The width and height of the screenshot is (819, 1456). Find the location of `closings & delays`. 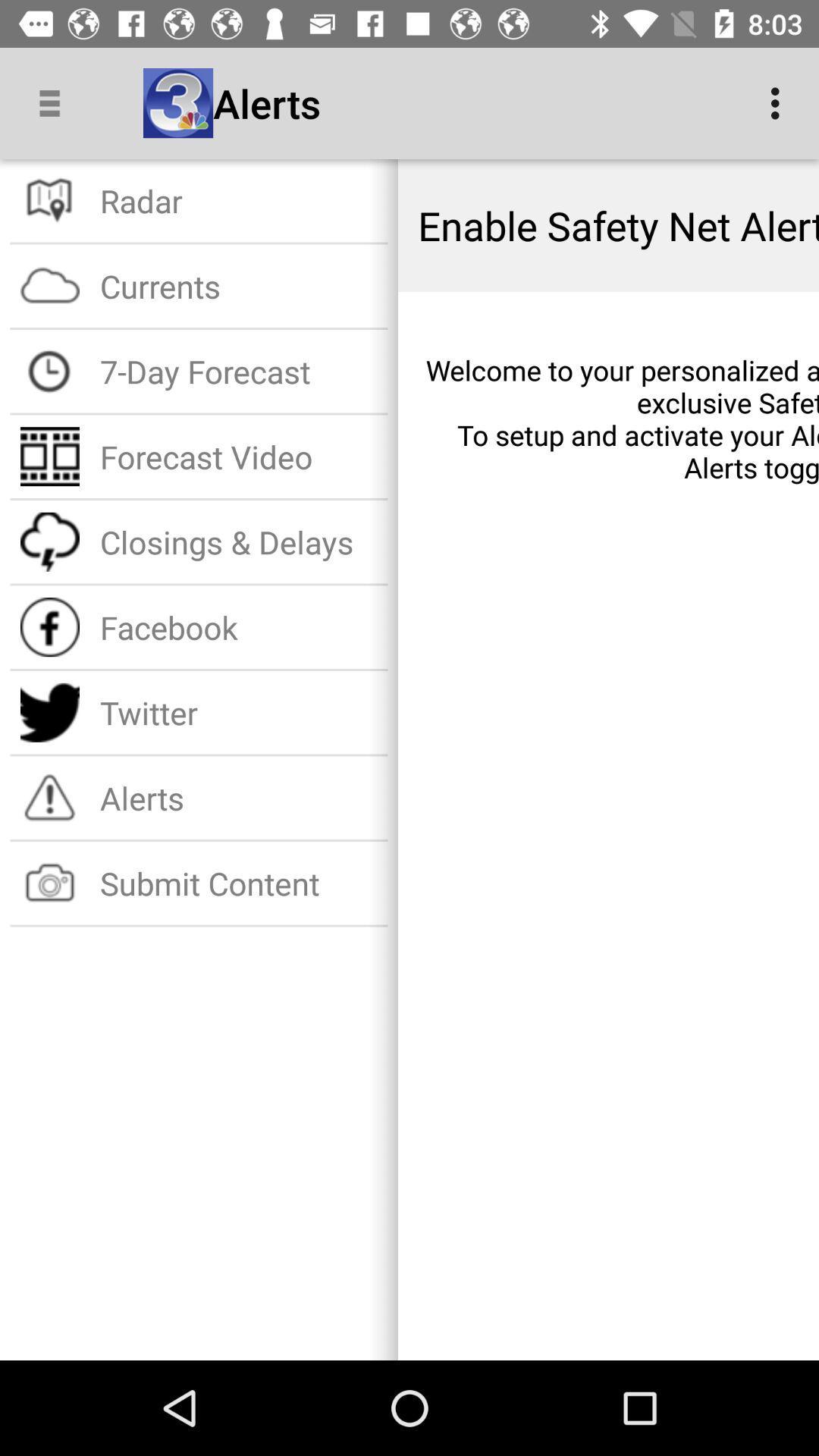

closings & delays is located at coordinates (239, 541).